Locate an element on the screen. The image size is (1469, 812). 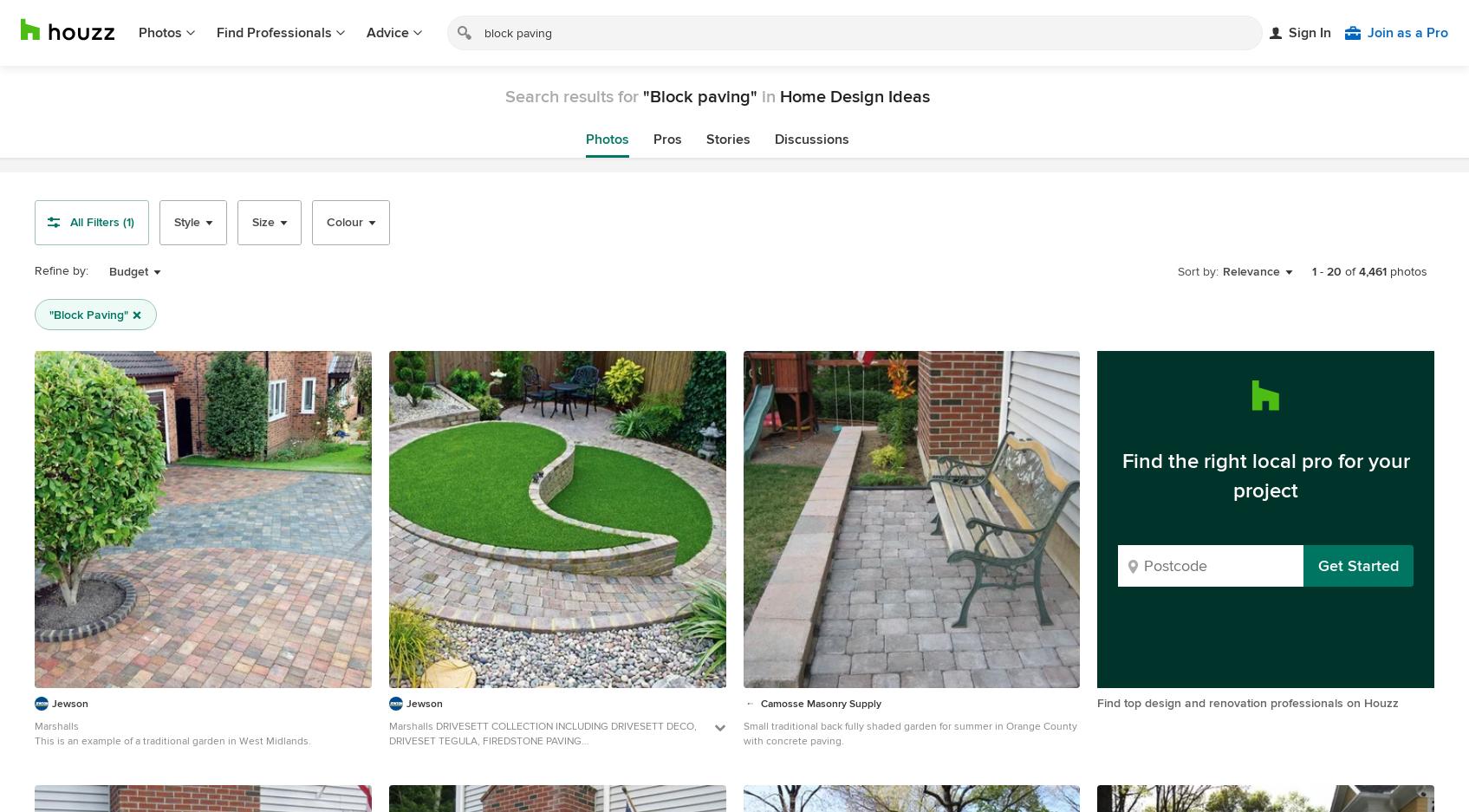
'Sign In' is located at coordinates (1309, 32).